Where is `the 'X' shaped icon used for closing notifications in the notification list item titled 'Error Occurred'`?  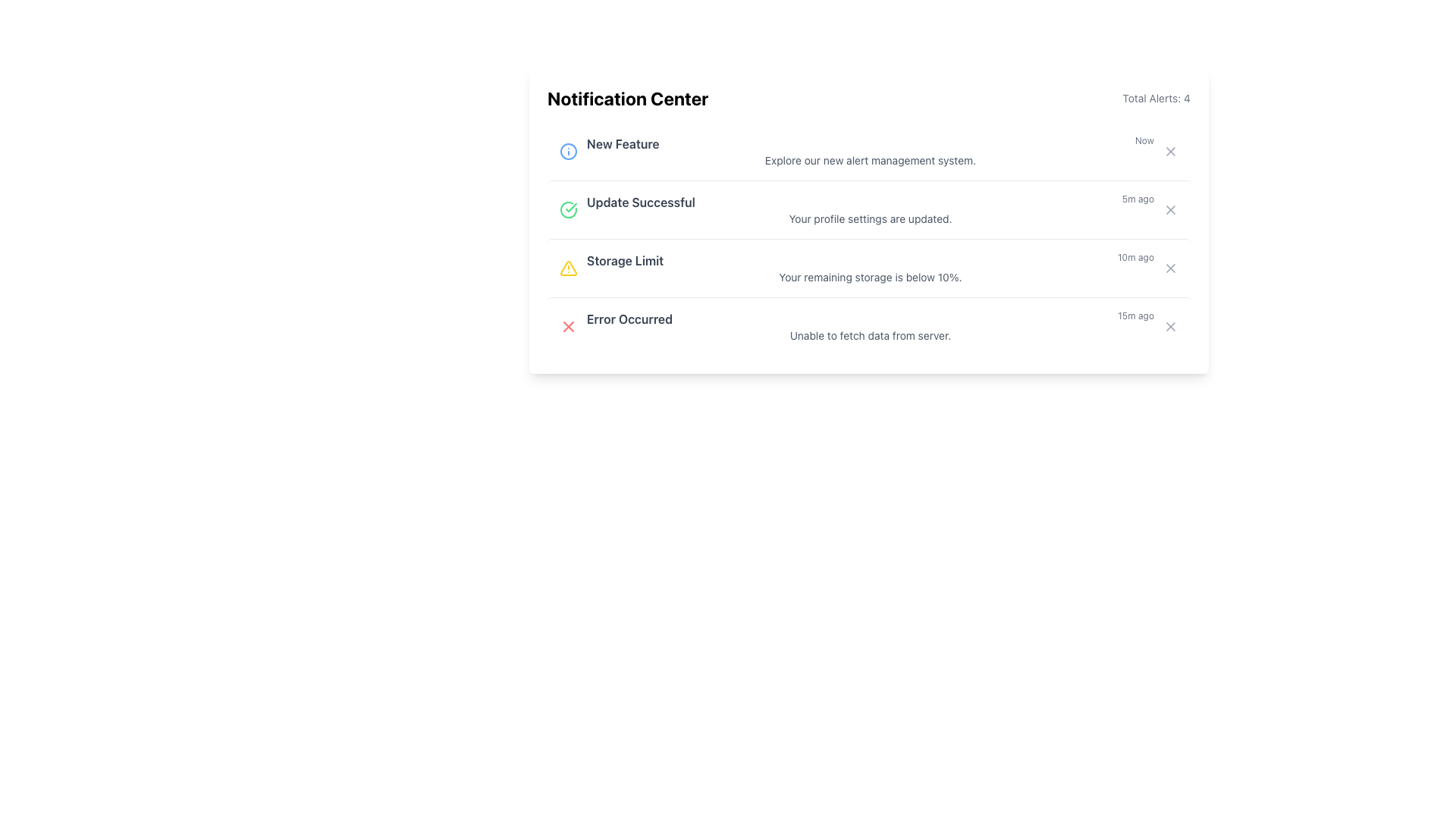
the 'X' shaped icon used for closing notifications in the notification list item titled 'Error Occurred' is located at coordinates (1170, 326).